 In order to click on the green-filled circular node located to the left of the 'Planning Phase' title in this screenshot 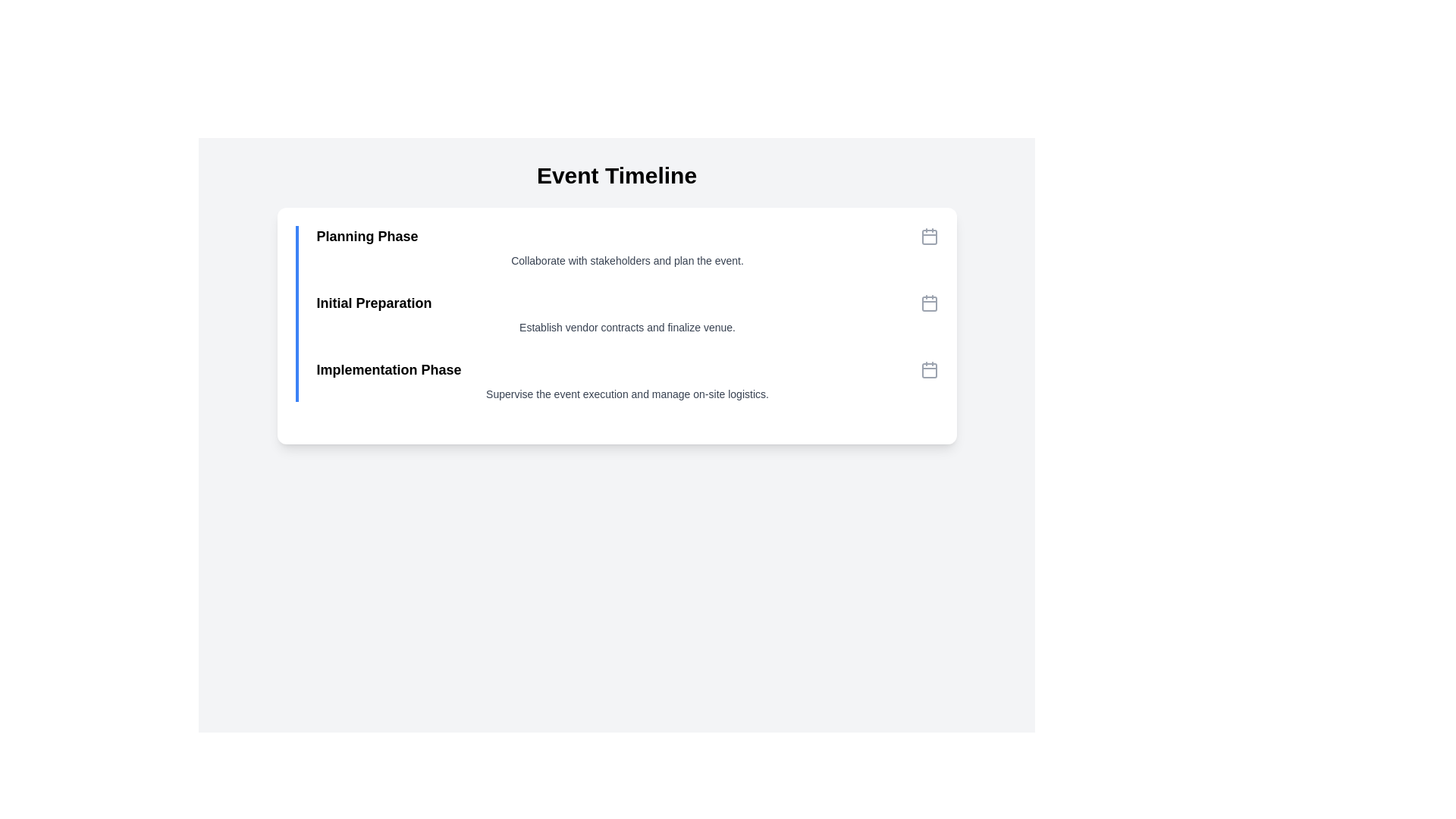, I will do `click(298, 231)`.